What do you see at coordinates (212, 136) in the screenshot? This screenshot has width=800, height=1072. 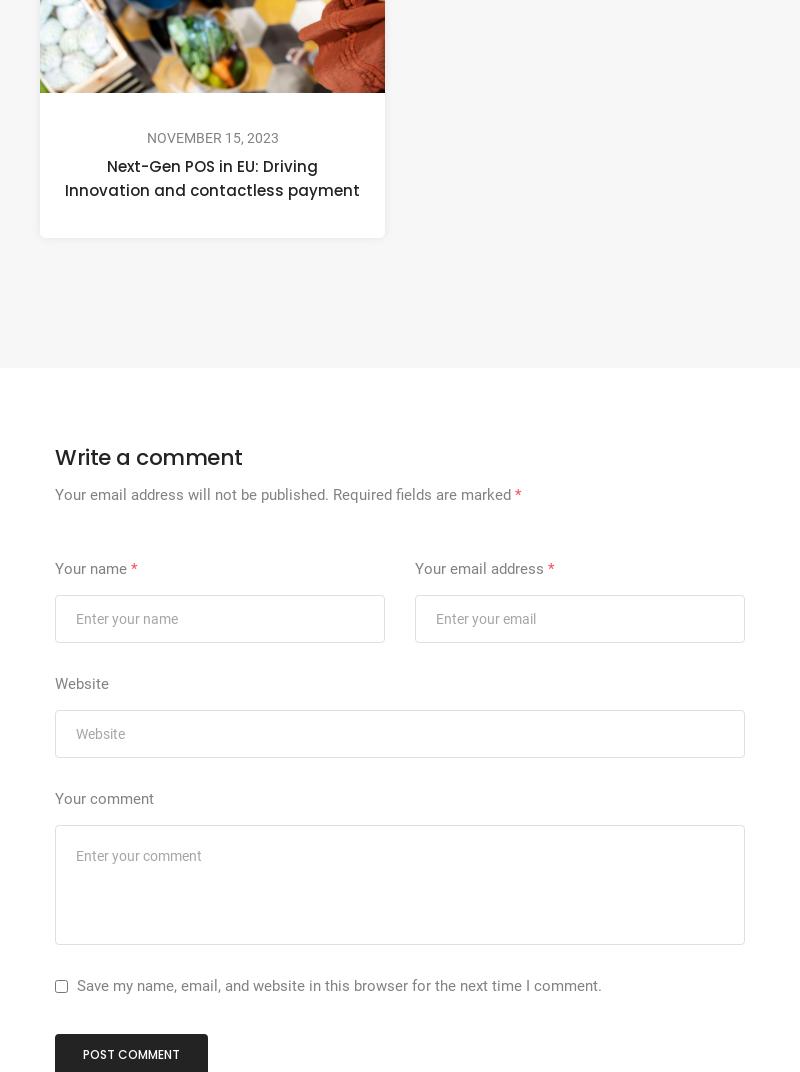 I see `'November 15, 2023'` at bounding box center [212, 136].